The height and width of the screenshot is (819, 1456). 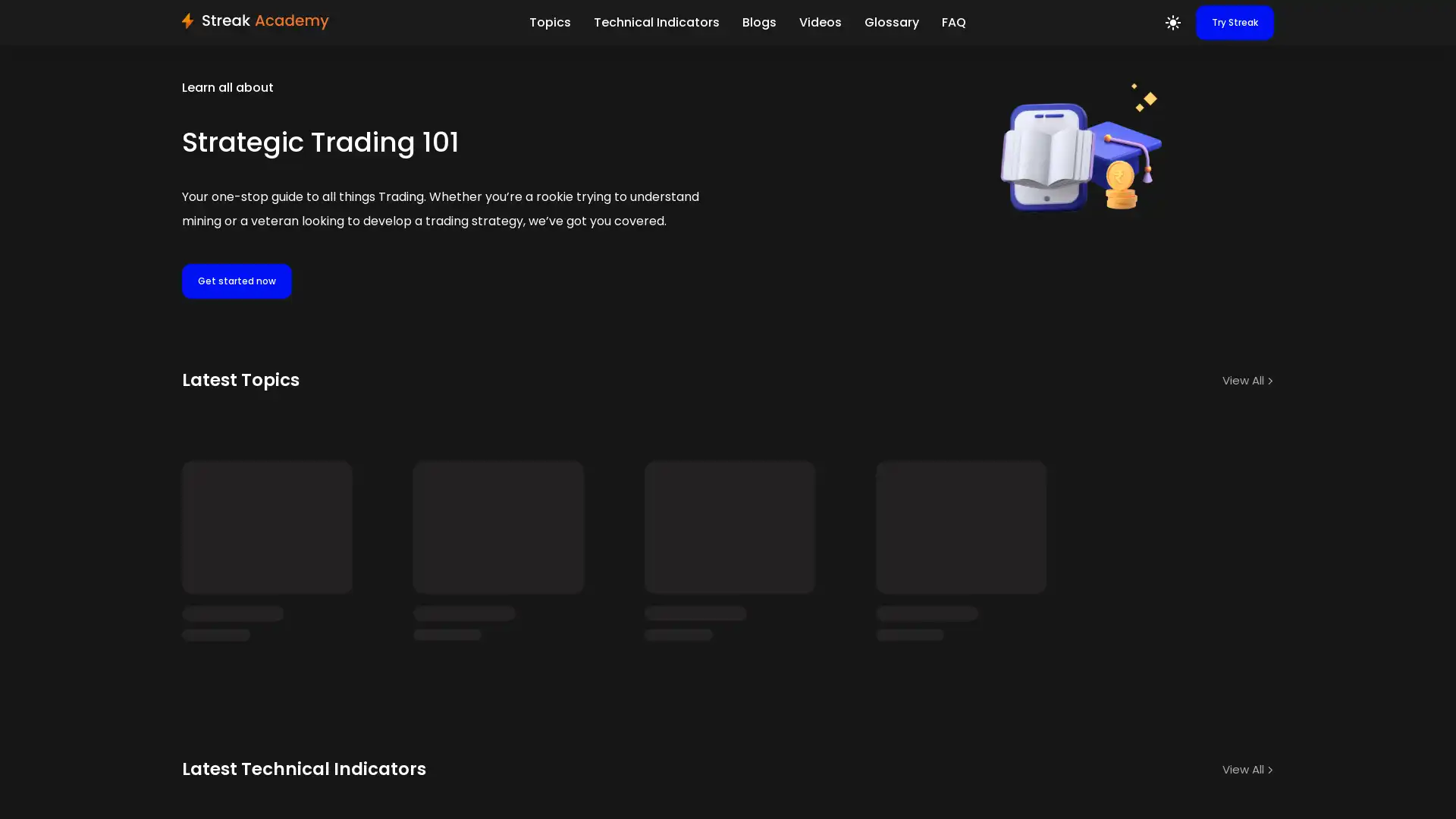 I want to click on FAQ, so click(x=952, y=23).